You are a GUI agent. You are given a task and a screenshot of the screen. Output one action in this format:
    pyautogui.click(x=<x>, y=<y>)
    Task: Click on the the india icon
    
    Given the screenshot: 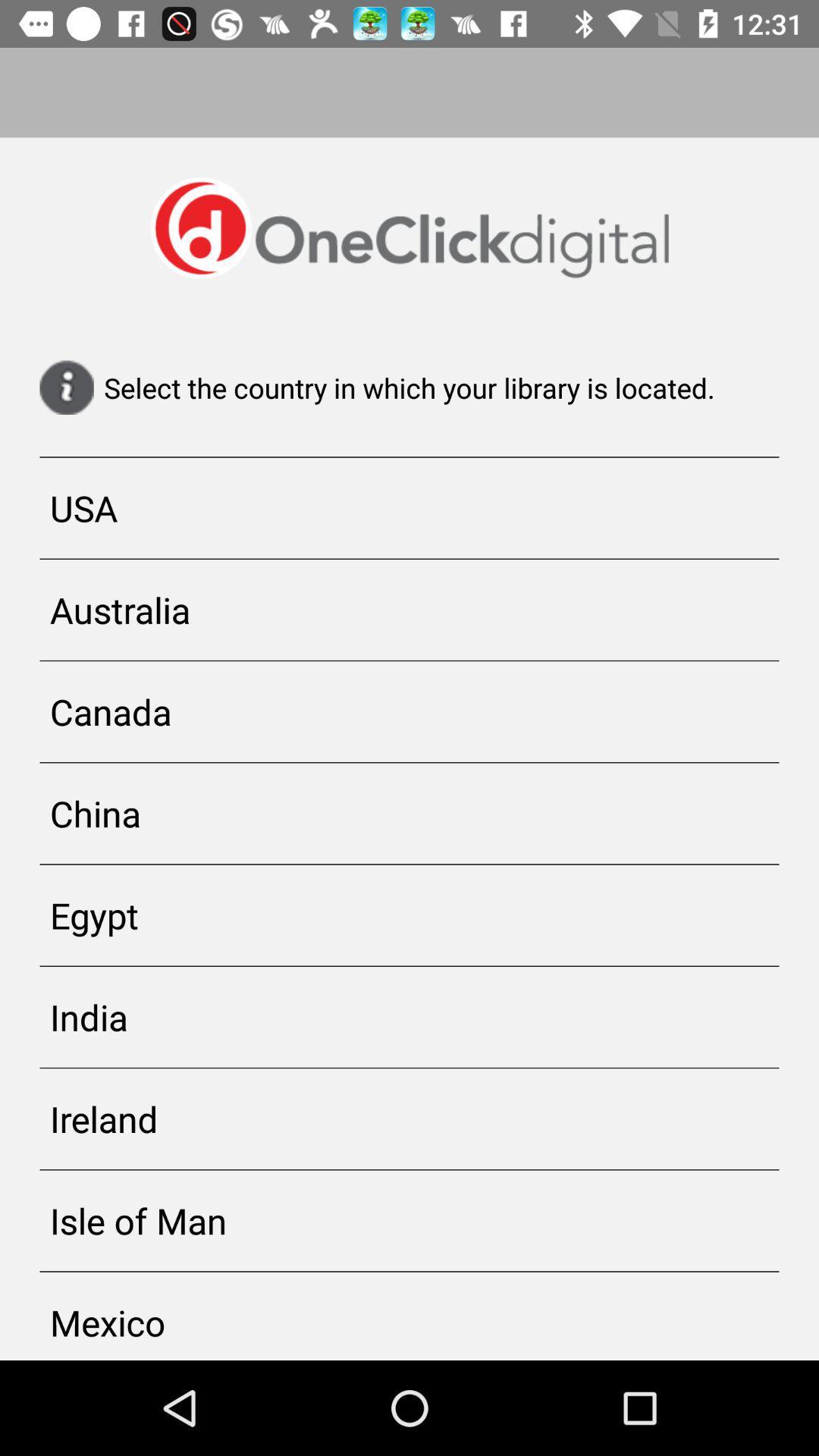 What is the action you would take?
    pyautogui.click(x=409, y=1017)
    